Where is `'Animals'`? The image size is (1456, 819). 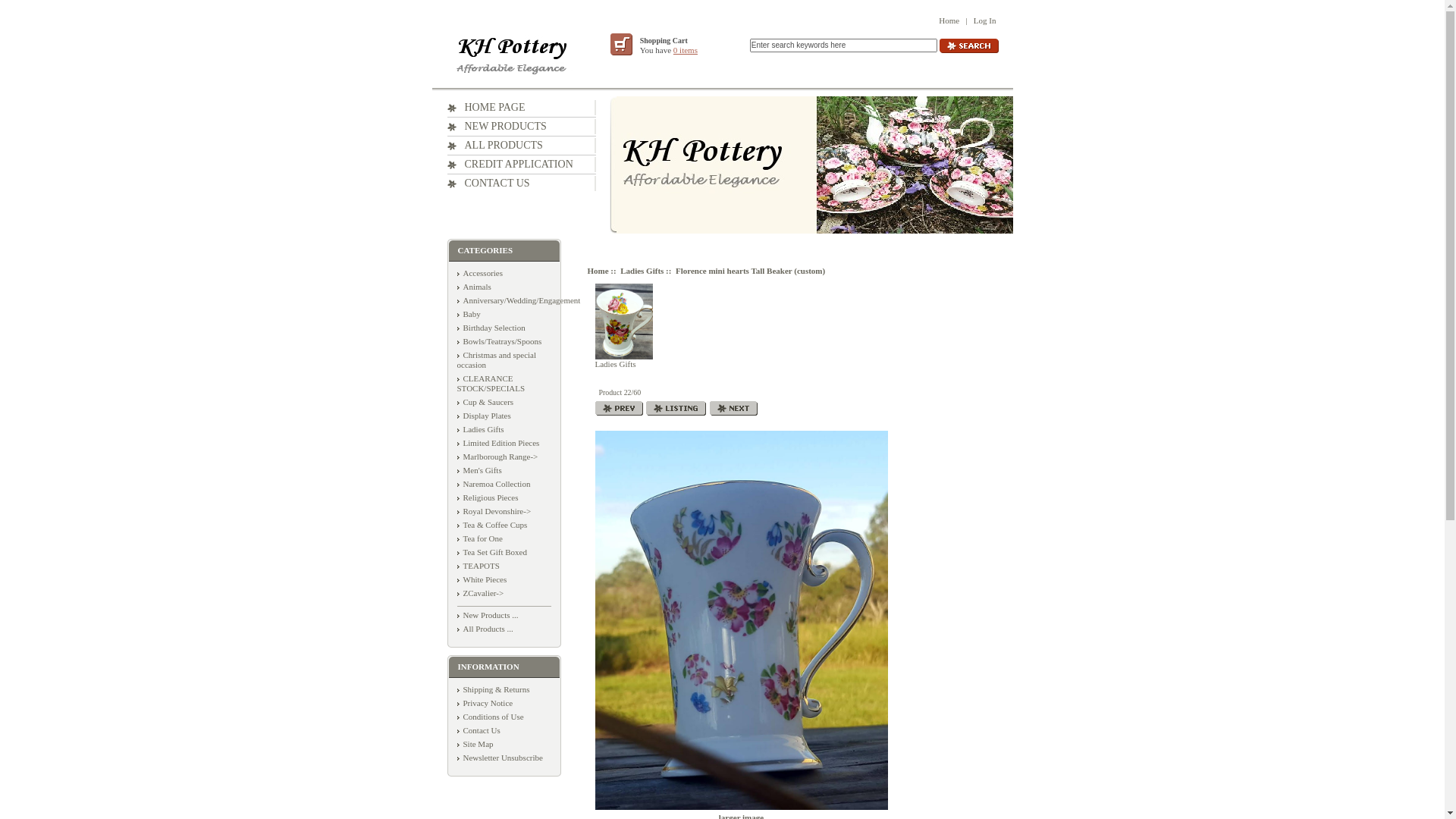 'Animals' is located at coordinates (472, 287).